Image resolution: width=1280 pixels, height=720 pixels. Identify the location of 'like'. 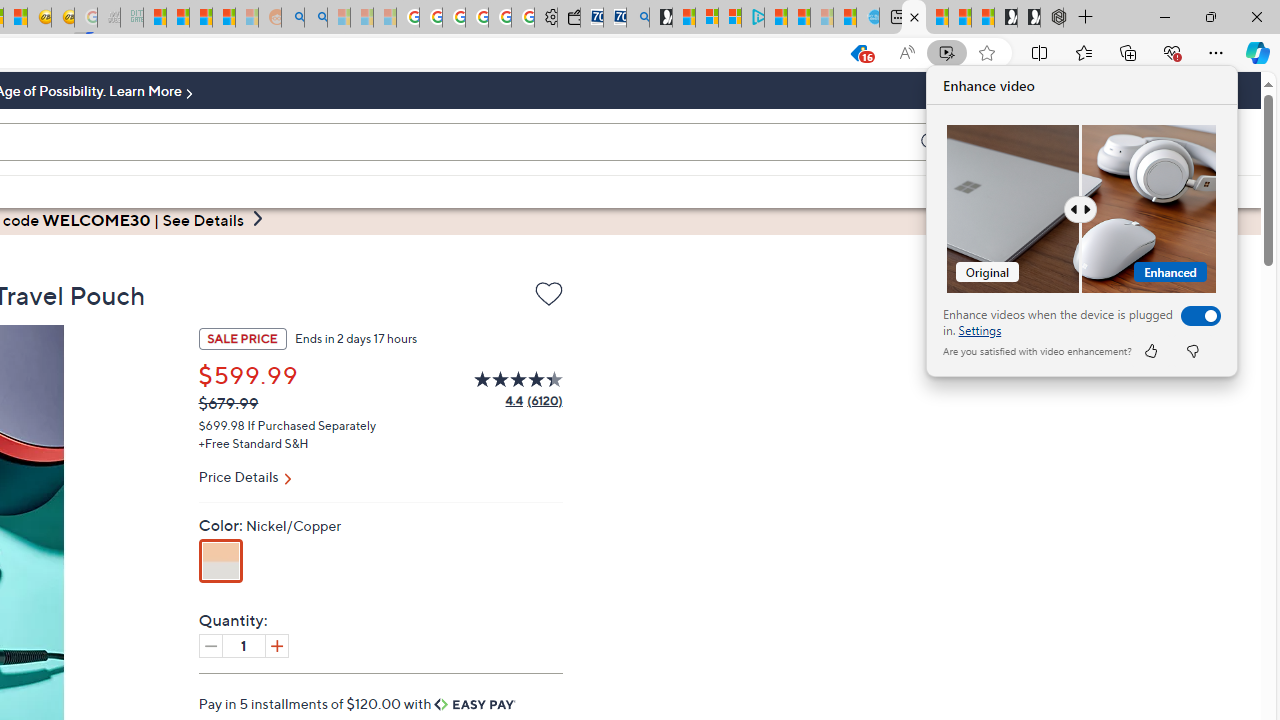
(1150, 350).